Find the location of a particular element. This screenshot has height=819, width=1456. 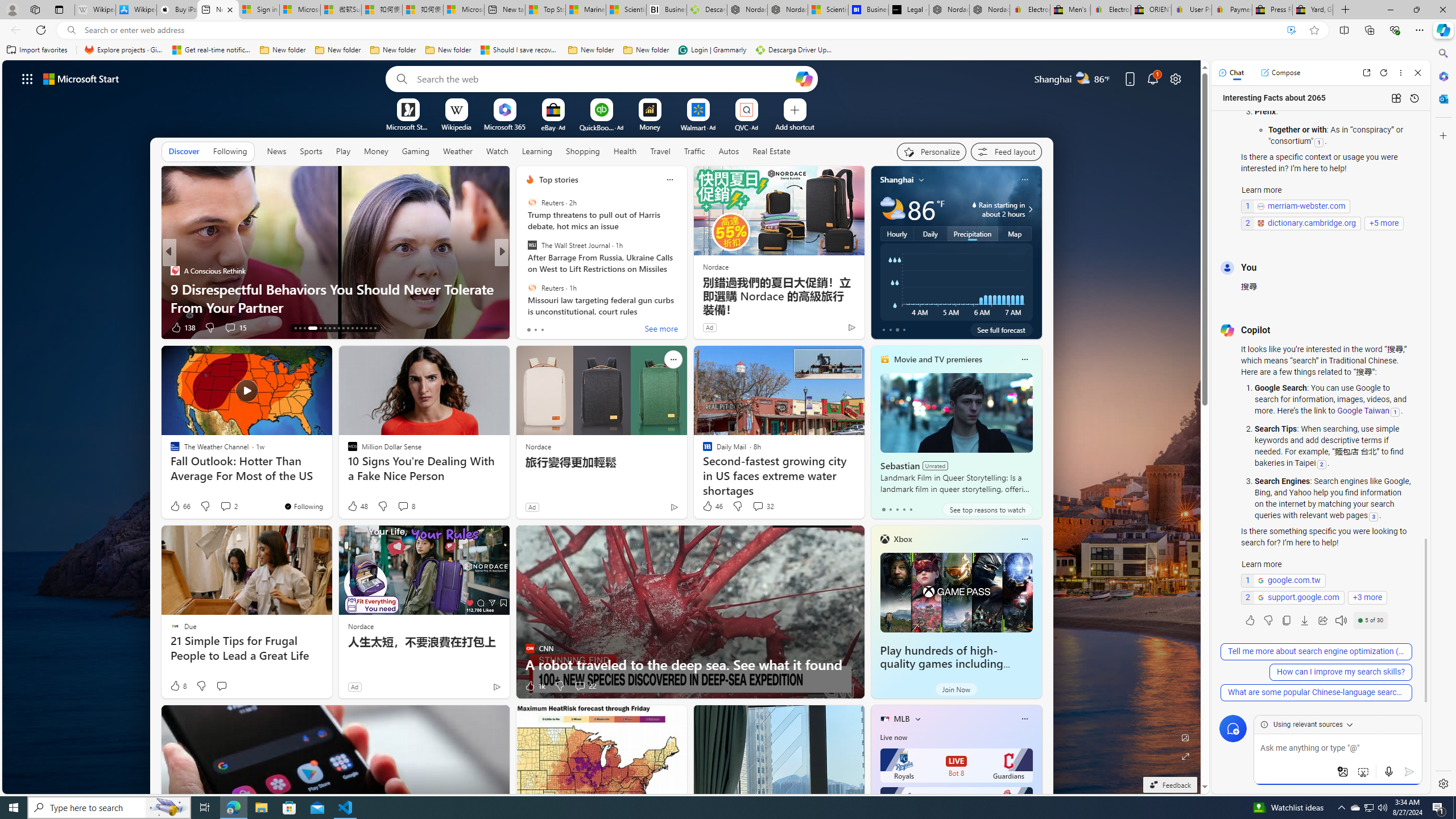

'49 Like' is located at coordinates (531, 327).